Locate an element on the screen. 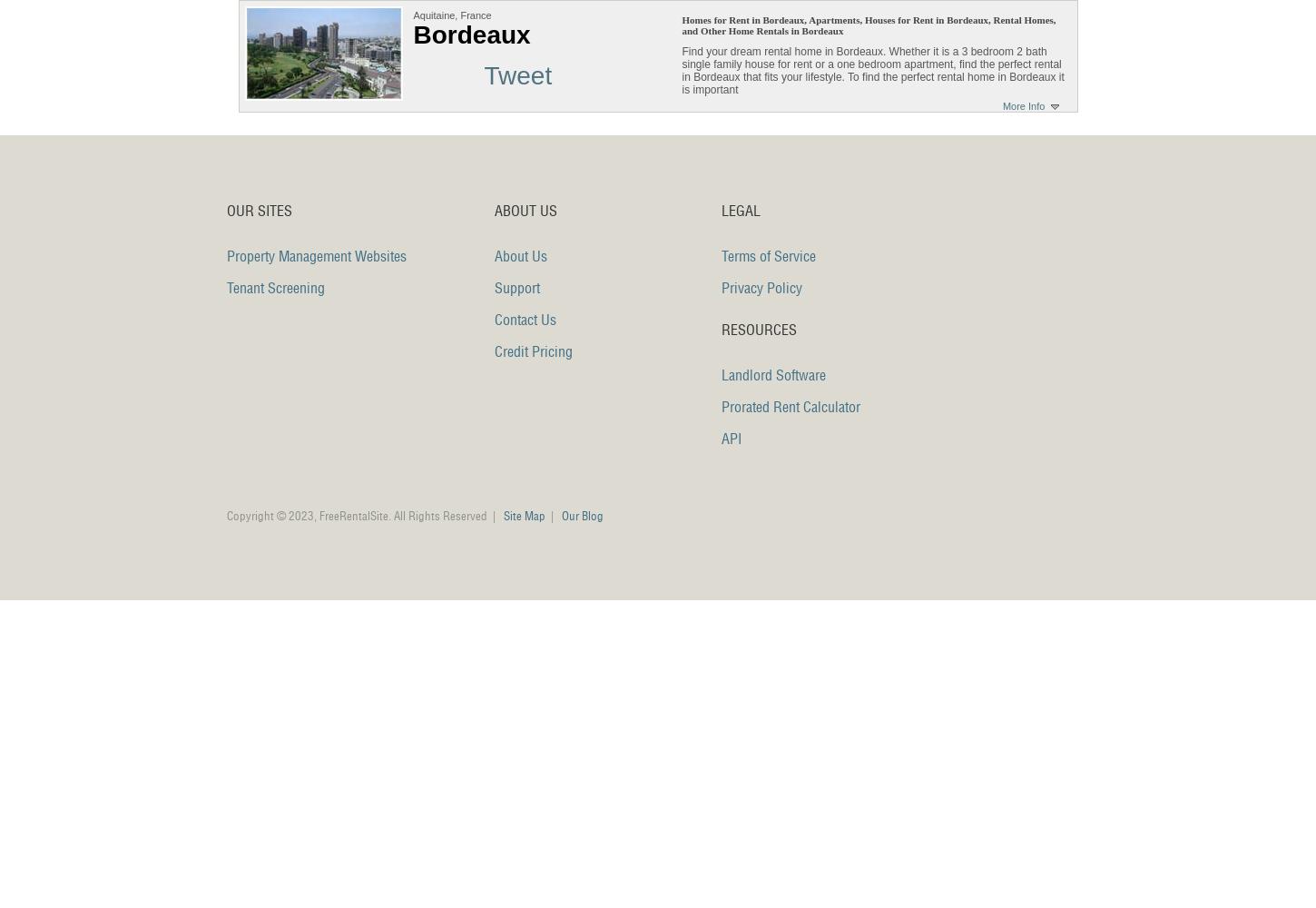 Image resolution: width=1316 pixels, height=908 pixels. 'Credit Pricing' is located at coordinates (532, 351).